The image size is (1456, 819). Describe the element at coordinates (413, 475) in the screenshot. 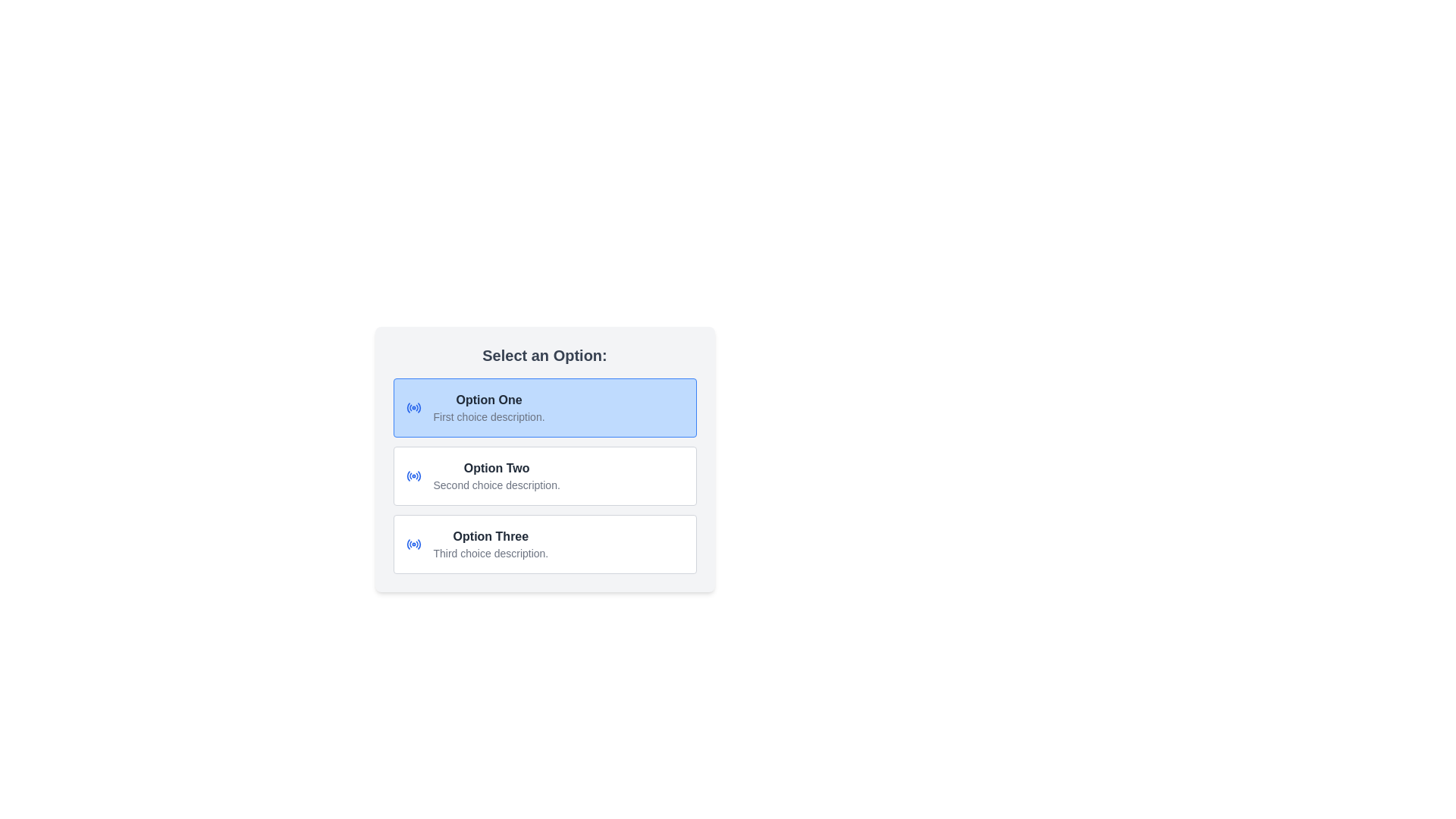

I see `the blue radio wave icon located to the left of the 'Option Two' button in the 'Select an Option' section` at that location.